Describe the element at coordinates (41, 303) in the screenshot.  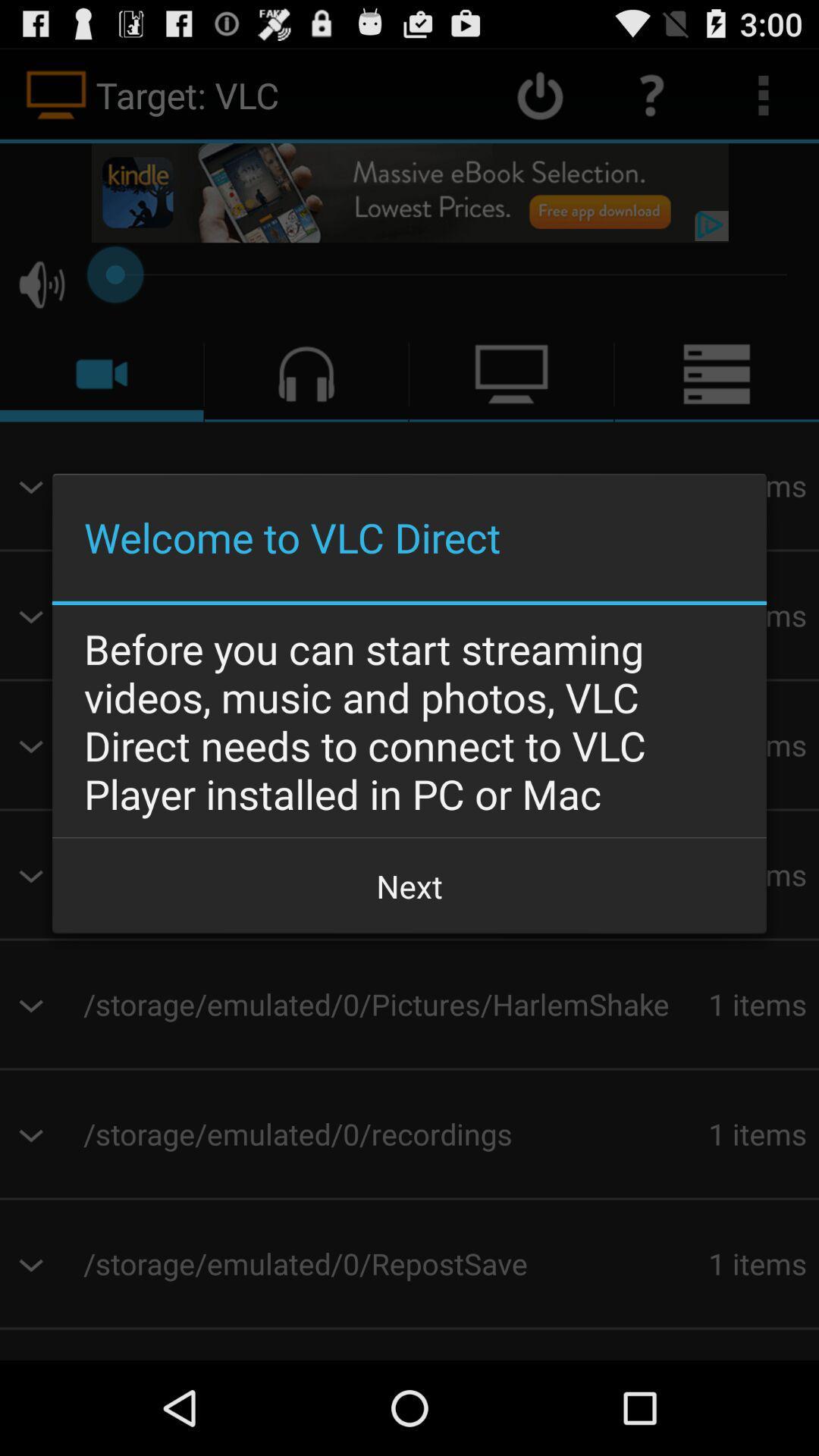
I see `the volume icon` at that location.